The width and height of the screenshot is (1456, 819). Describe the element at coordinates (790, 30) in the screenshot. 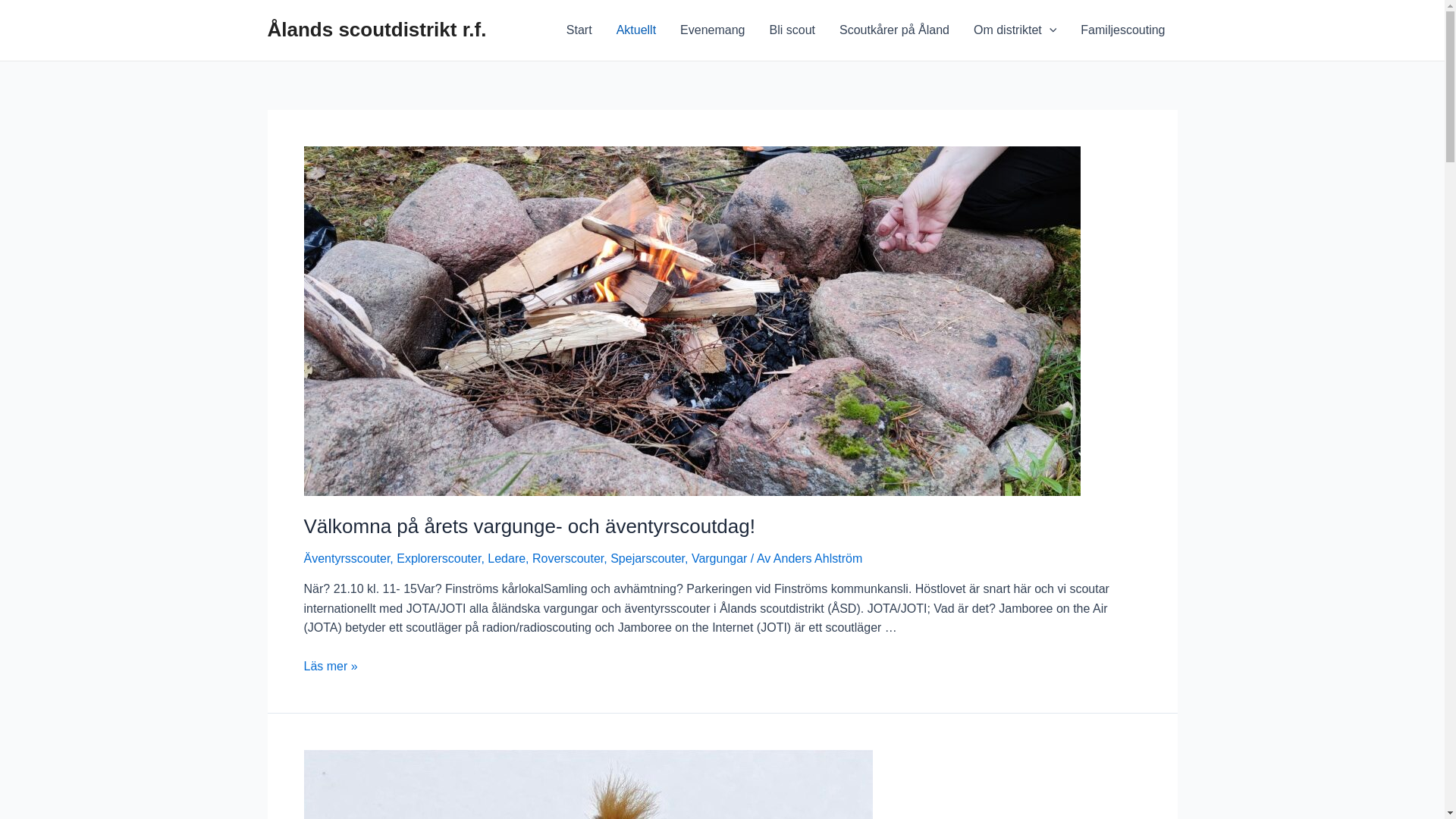

I see `'Bli scout'` at that location.